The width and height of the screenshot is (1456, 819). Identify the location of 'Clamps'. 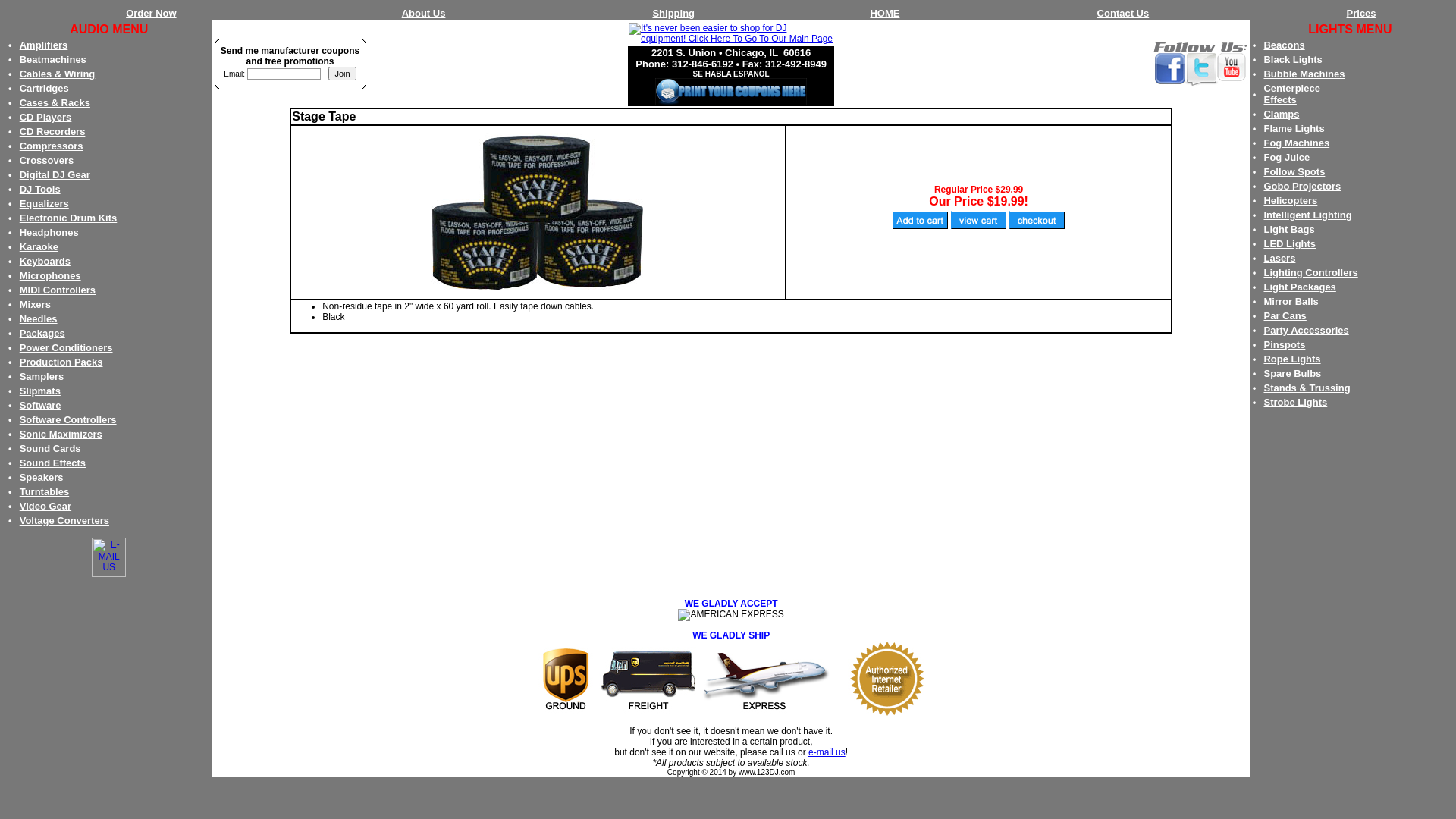
(1280, 113).